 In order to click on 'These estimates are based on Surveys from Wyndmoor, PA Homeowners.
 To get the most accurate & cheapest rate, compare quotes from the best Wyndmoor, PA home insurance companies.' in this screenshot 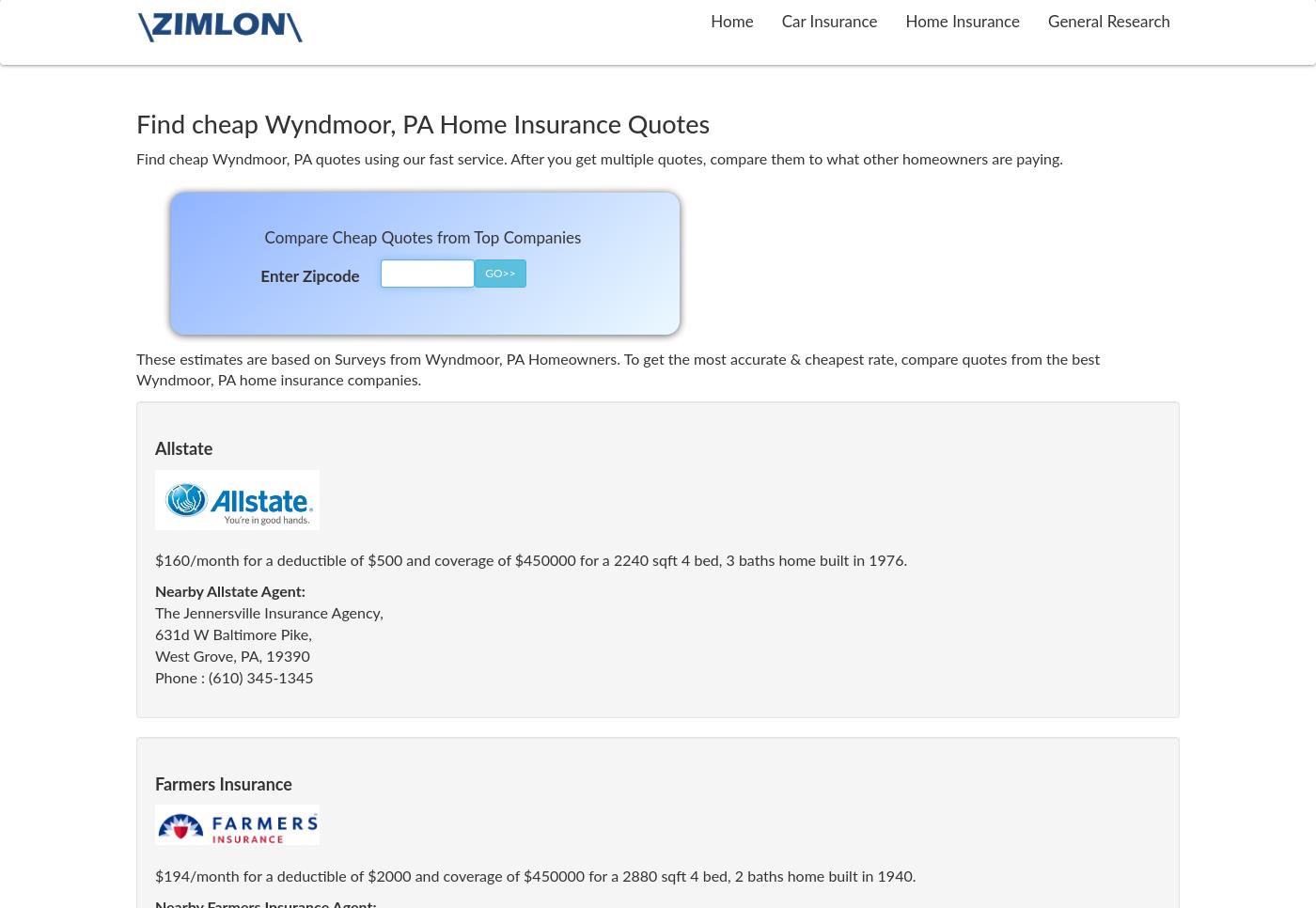, I will do `click(618, 369)`.